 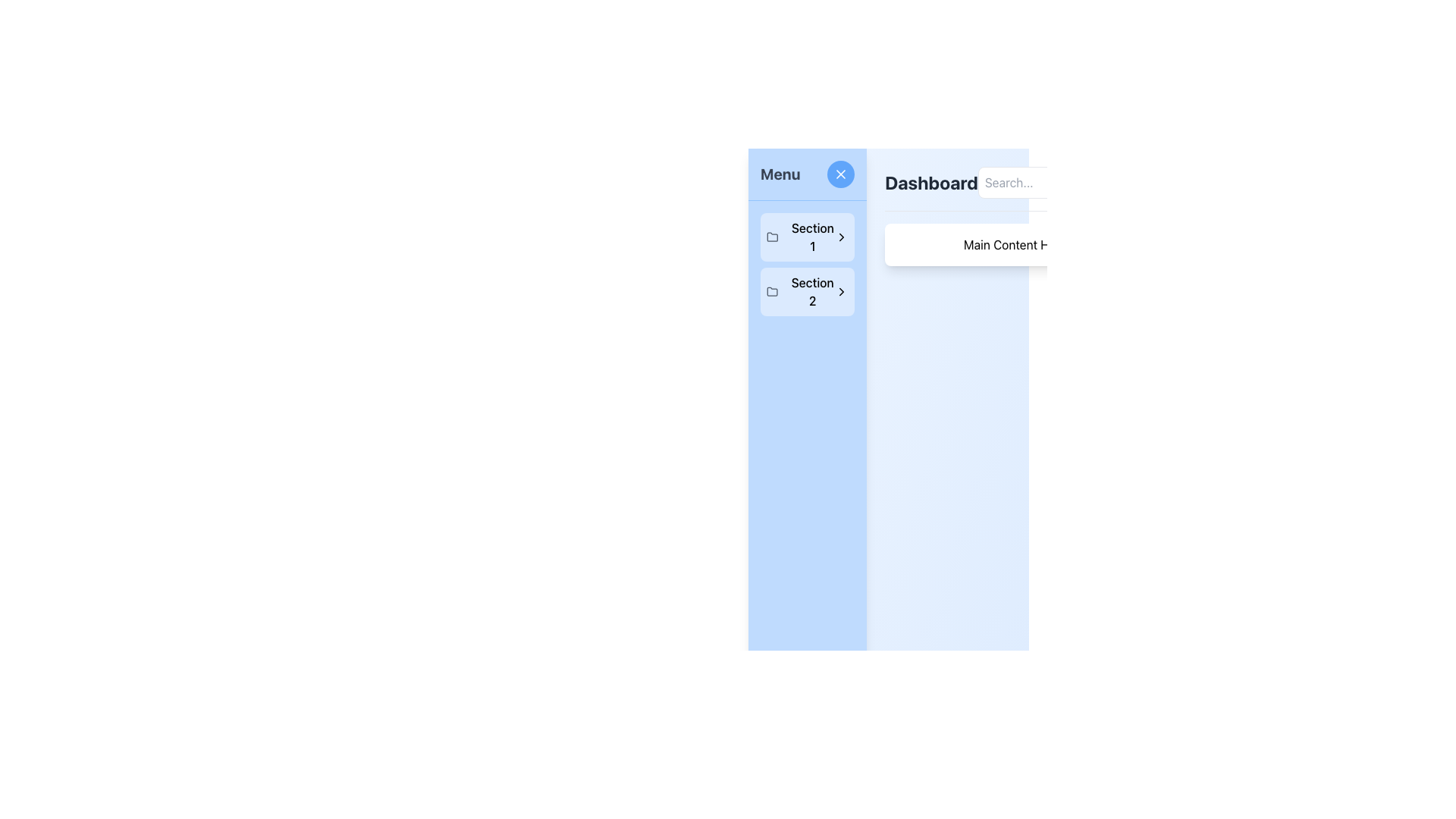 What do you see at coordinates (841, 292) in the screenshot?
I see `the chevron icon next to the 'Section 2' label on the blue sidebar` at bounding box center [841, 292].